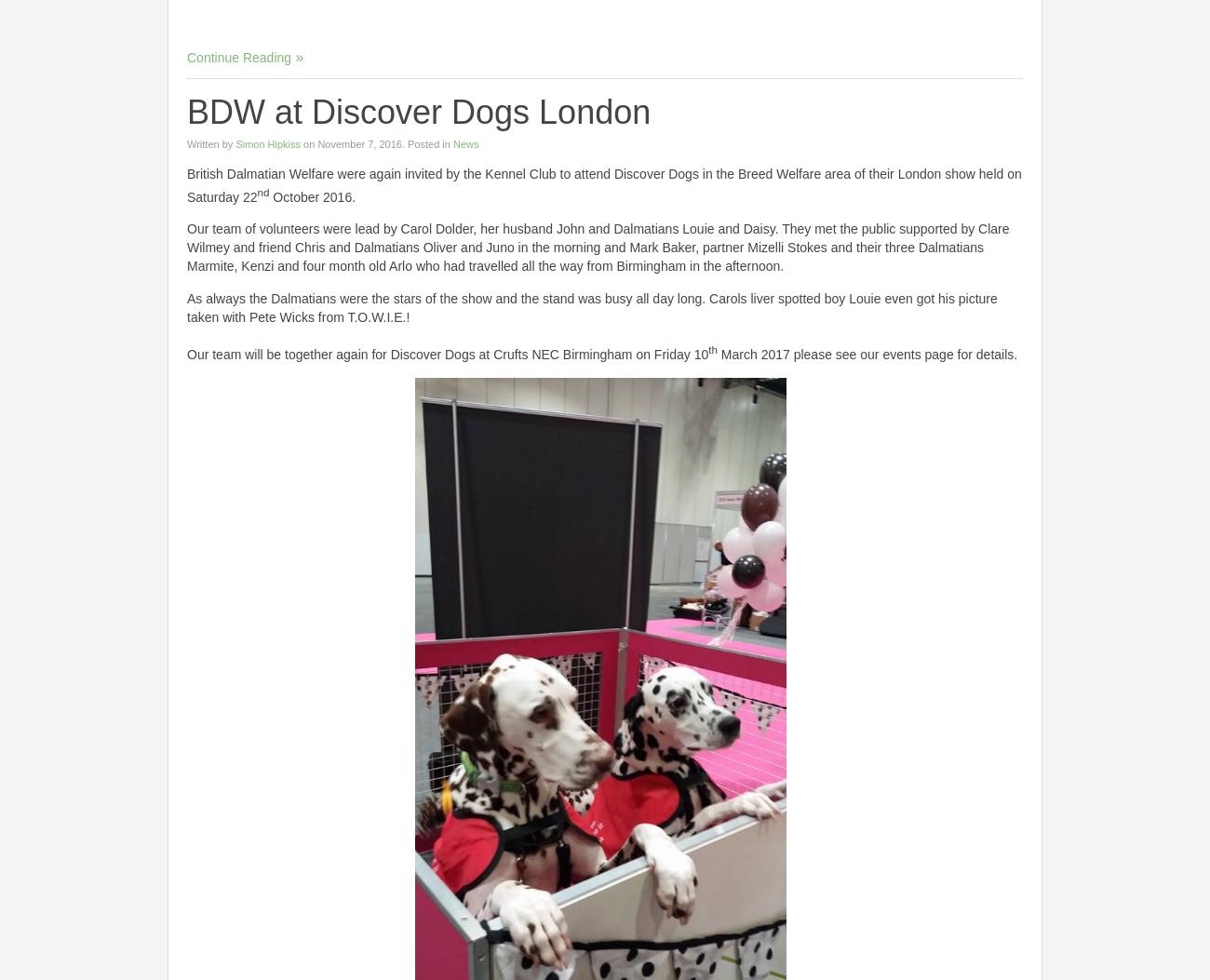 The width and height of the screenshot is (1210, 980). What do you see at coordinates (308, 141) in the screenshot?
I see `'on'` at bounding box center [308, 141].